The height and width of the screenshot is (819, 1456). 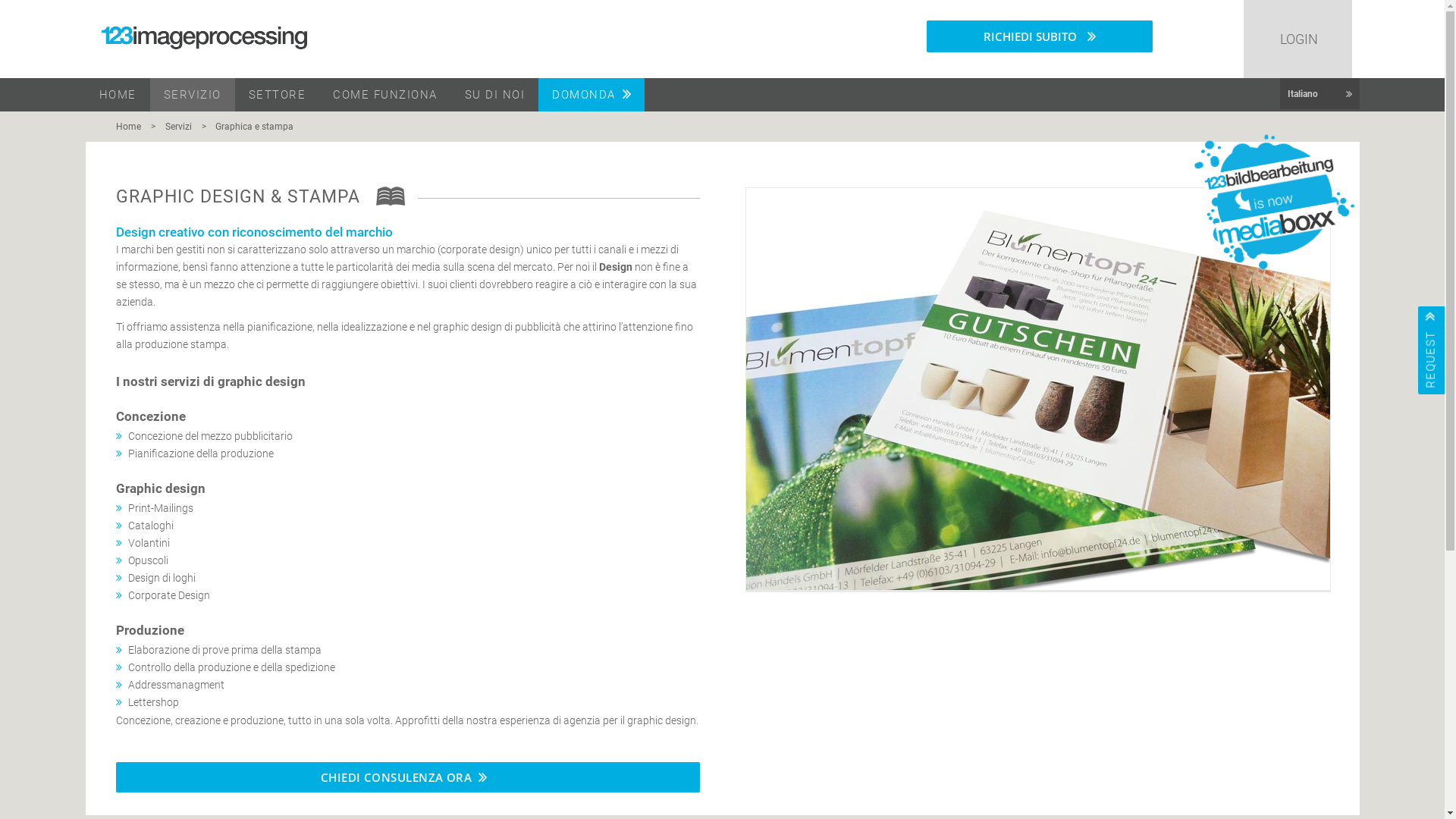 I want to click on 'COME FUNZIONA', so click(x=385, y=94).